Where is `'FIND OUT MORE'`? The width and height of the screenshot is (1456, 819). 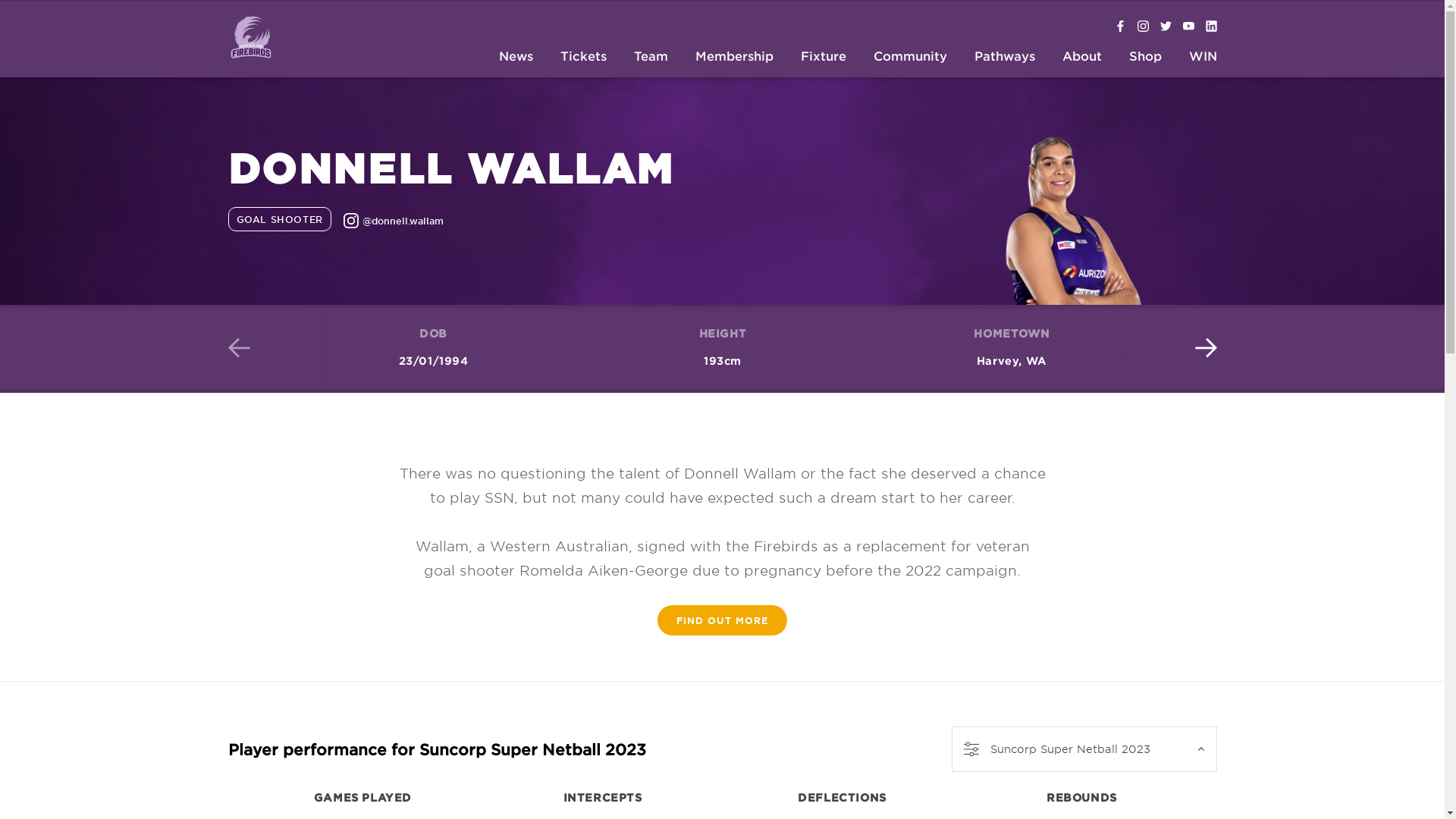
'FIND OUT MORE' is located at coordinates (721, 620).